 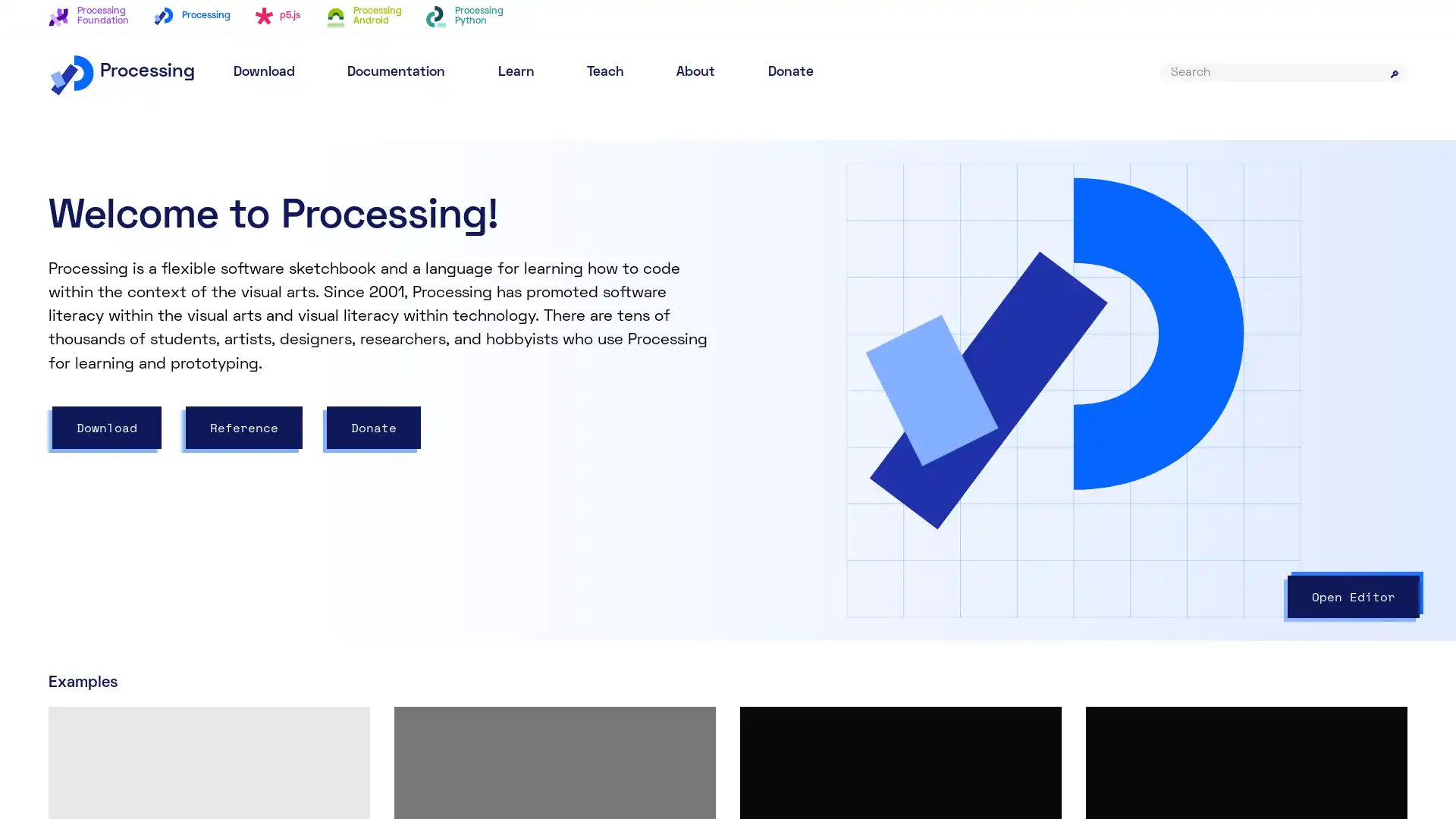 What do you see at coordinates (822, 397) in the screenshot?
I see `change position` at bounding box center [822, 397].